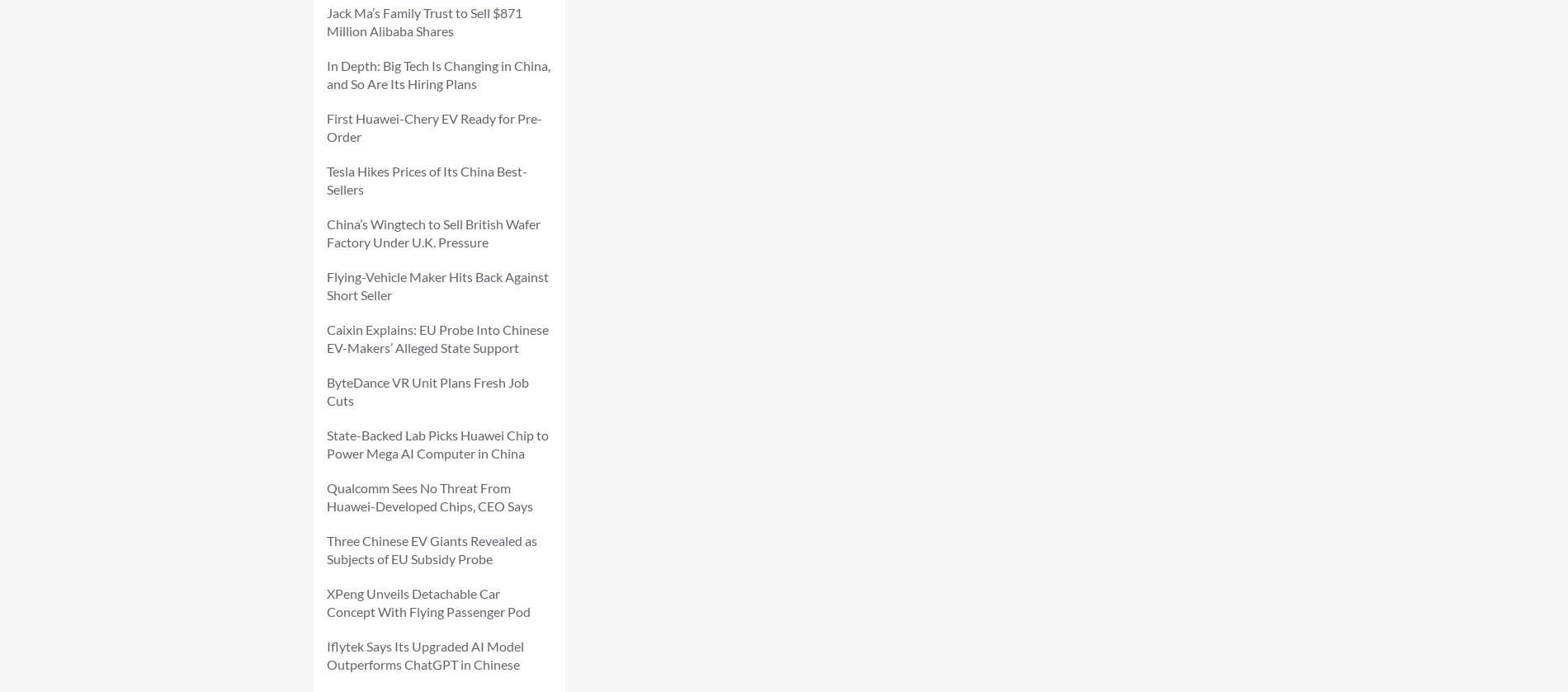 The image size is (1568, 692). What do you see at coordinates (427, 390) in the screenshot?
I see `'ByteDance VR Unit Plans Fresh Job Cuts'` at bounding box center [427, 390].